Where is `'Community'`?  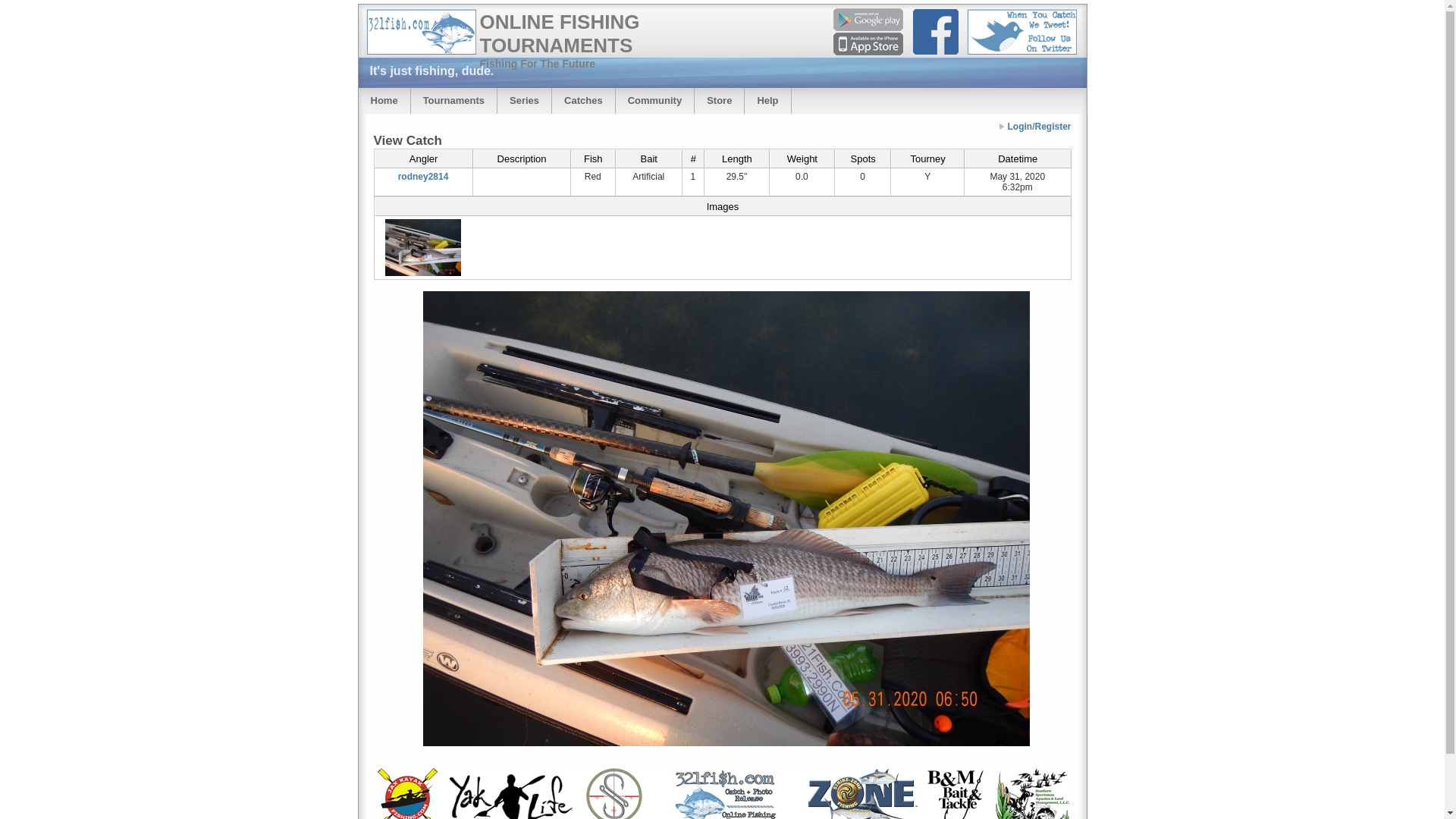
'Community' is located at coordinates (615, 100).